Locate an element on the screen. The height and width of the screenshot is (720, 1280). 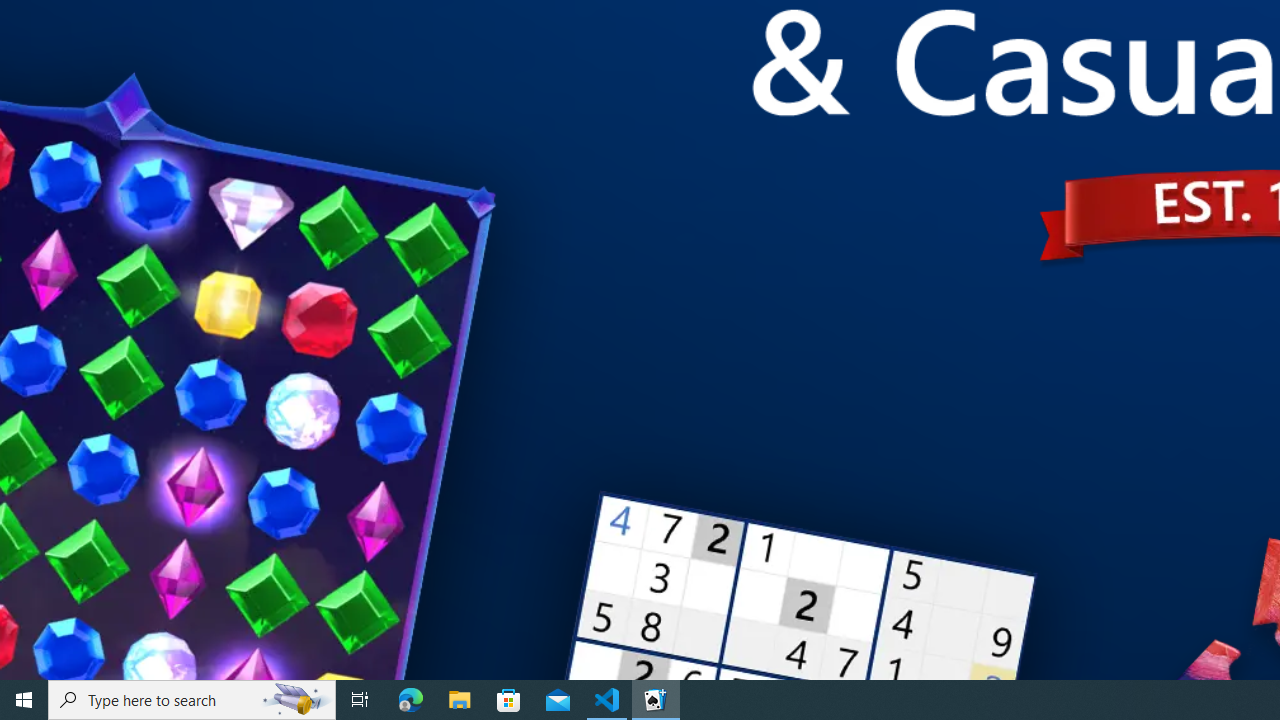
'Start' is located at coordinates (24, 698).